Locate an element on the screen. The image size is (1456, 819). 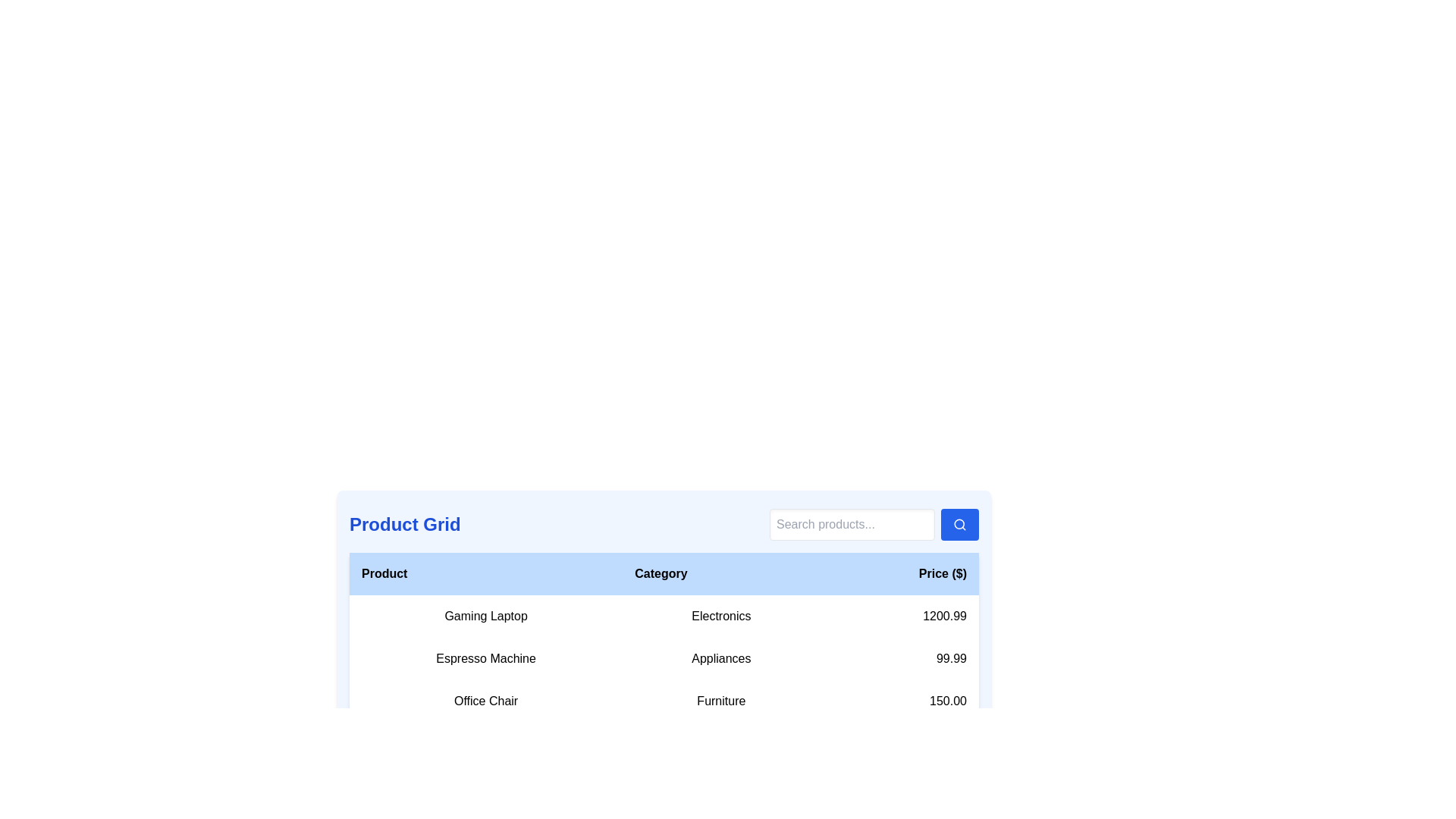
the text input field with the placeholder 'Search products...' located at the top right corner of the section is located at coordinates (852, 523).